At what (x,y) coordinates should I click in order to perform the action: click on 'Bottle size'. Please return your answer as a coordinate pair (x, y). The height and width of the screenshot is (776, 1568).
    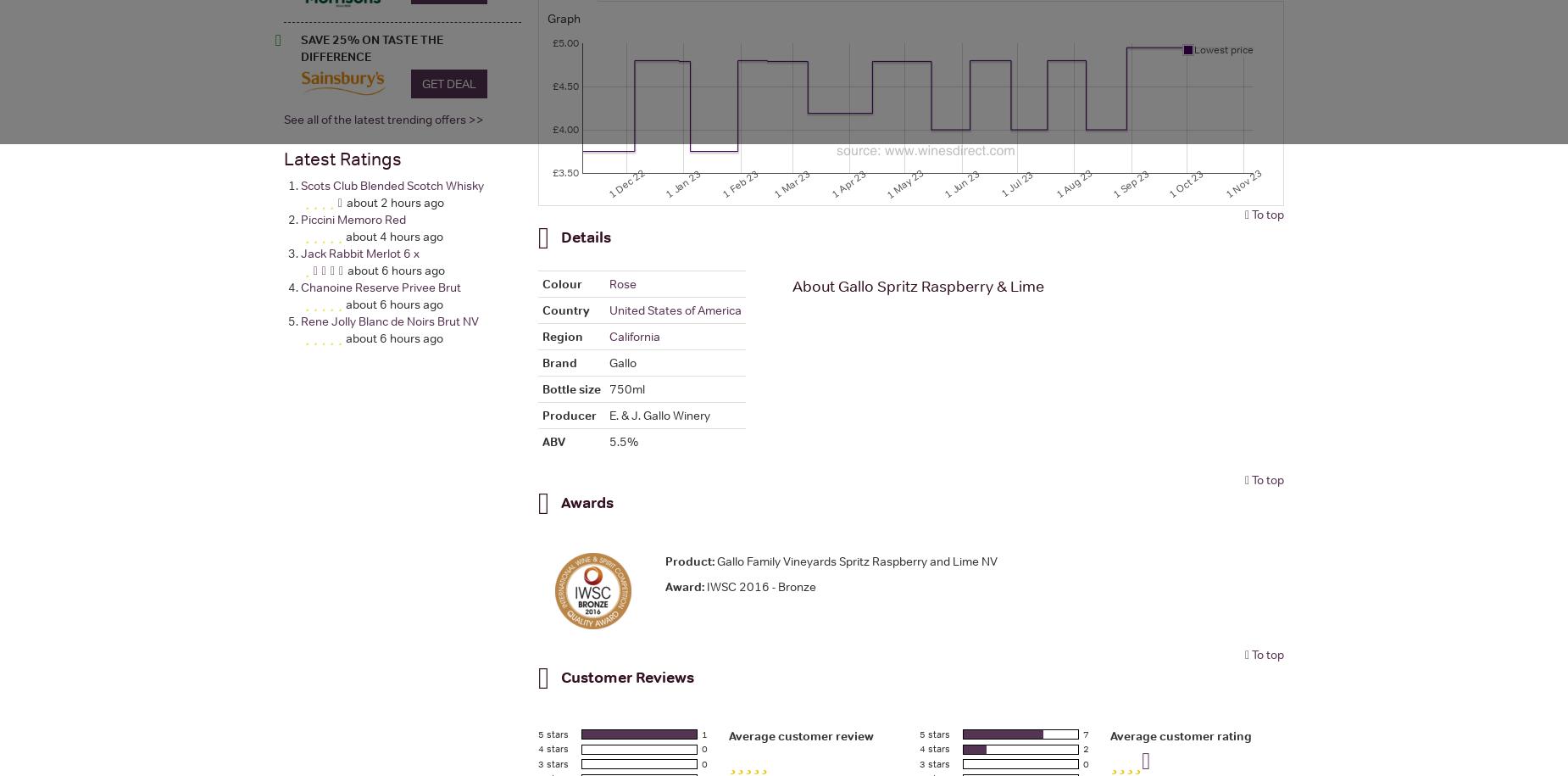
    Looking at the image, I should click on (571, 388).